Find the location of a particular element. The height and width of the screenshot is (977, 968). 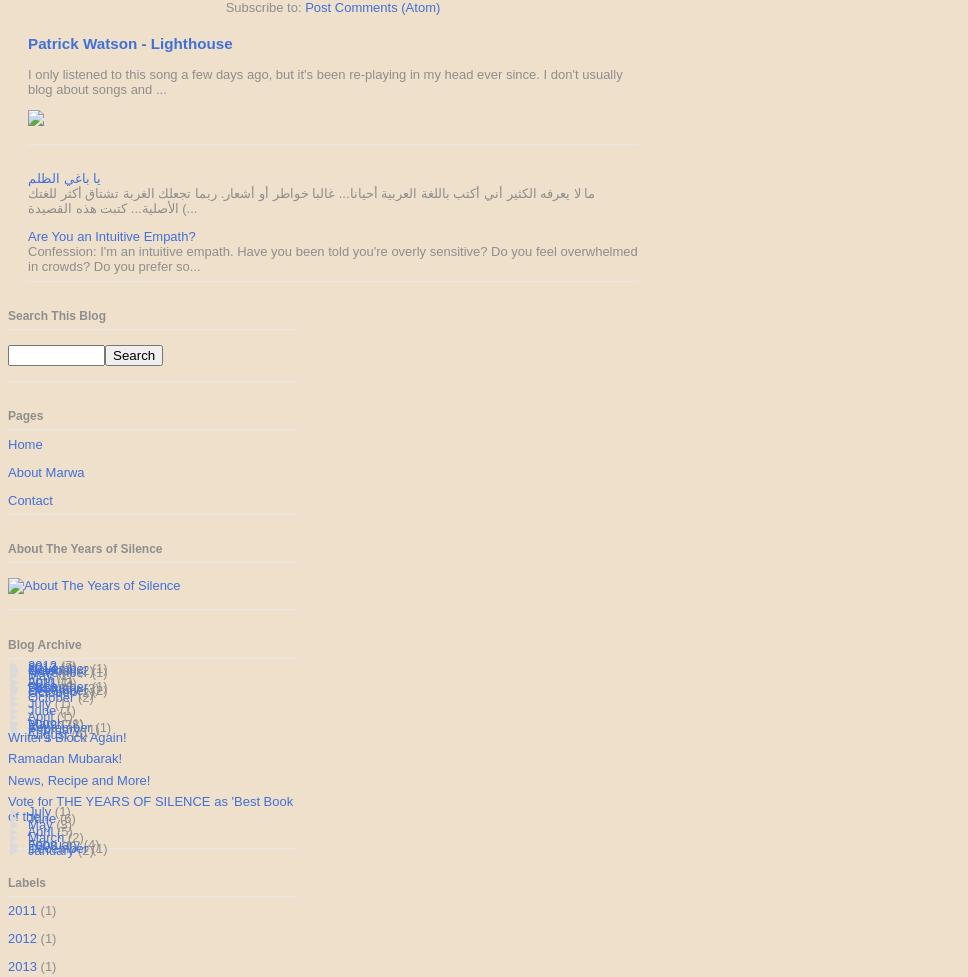

'2009' is located at coordinates (43, 723).